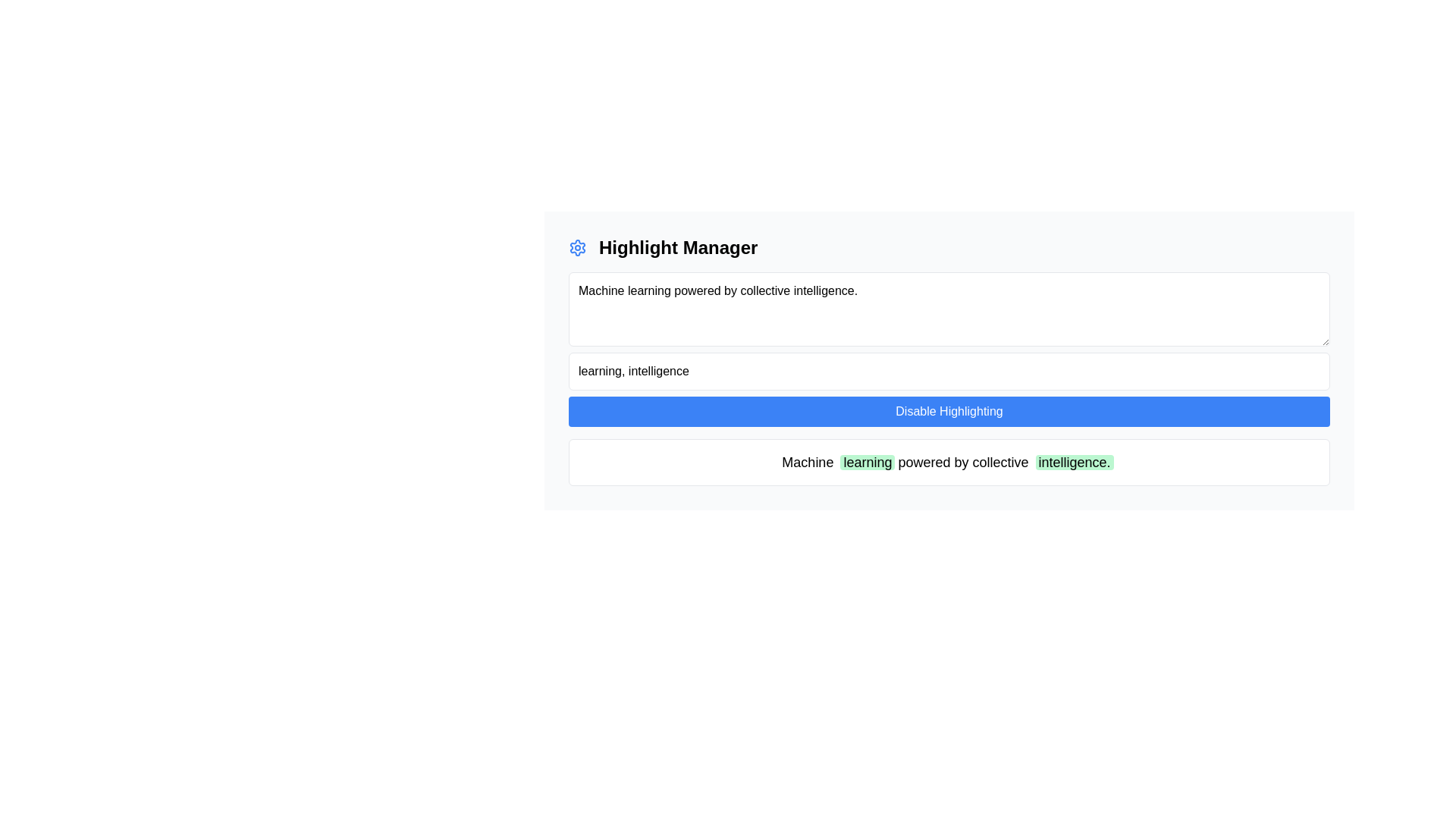 The image size is (1456, 819). I want to click on the blue settings icon, which is a gear symbol located to the immediate left of the text 'Highlight Manager', so click(577, 247).